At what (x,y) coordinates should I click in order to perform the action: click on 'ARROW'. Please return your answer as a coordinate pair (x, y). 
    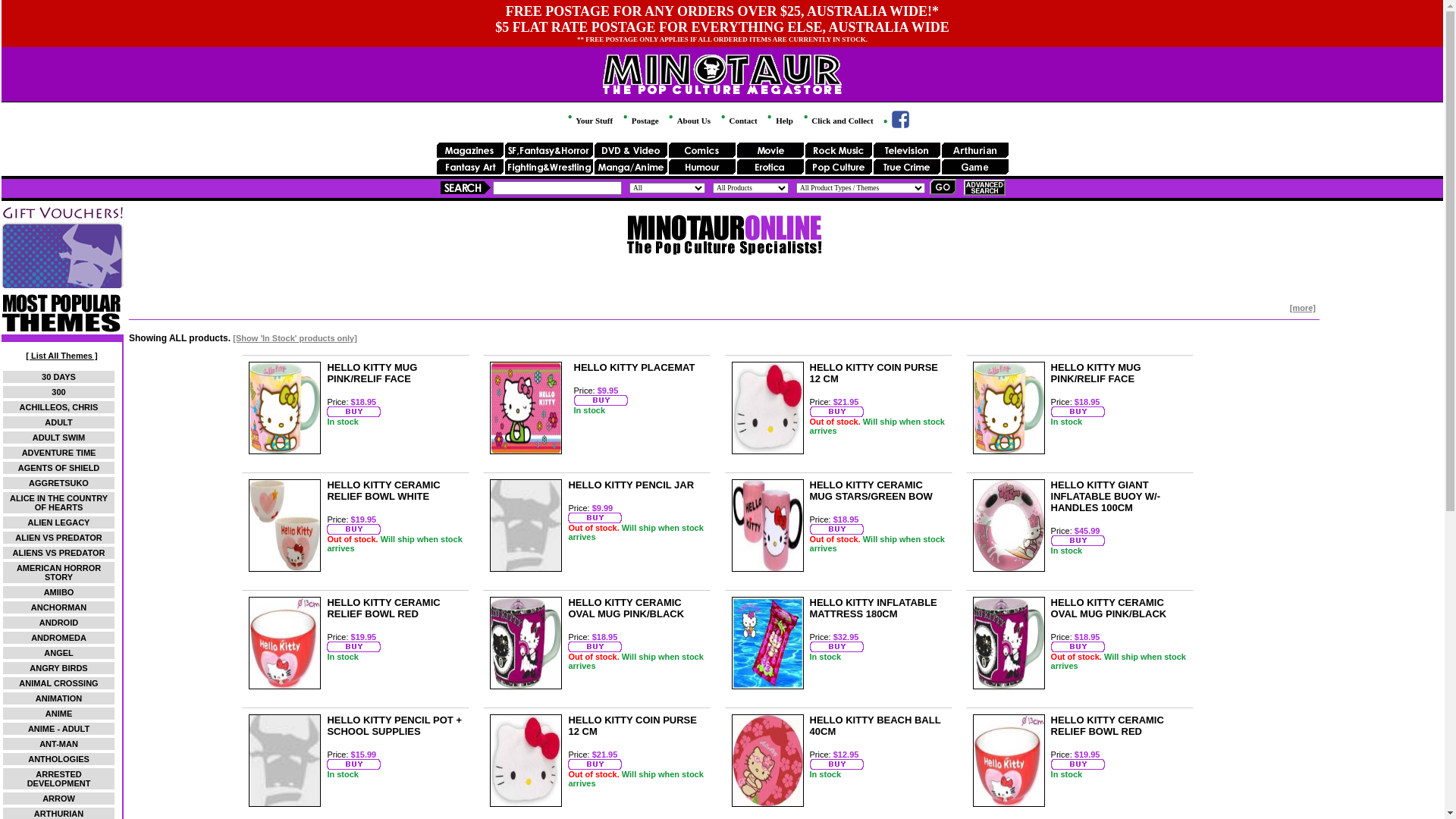
    Looking at the image, I should click on (42, 798).